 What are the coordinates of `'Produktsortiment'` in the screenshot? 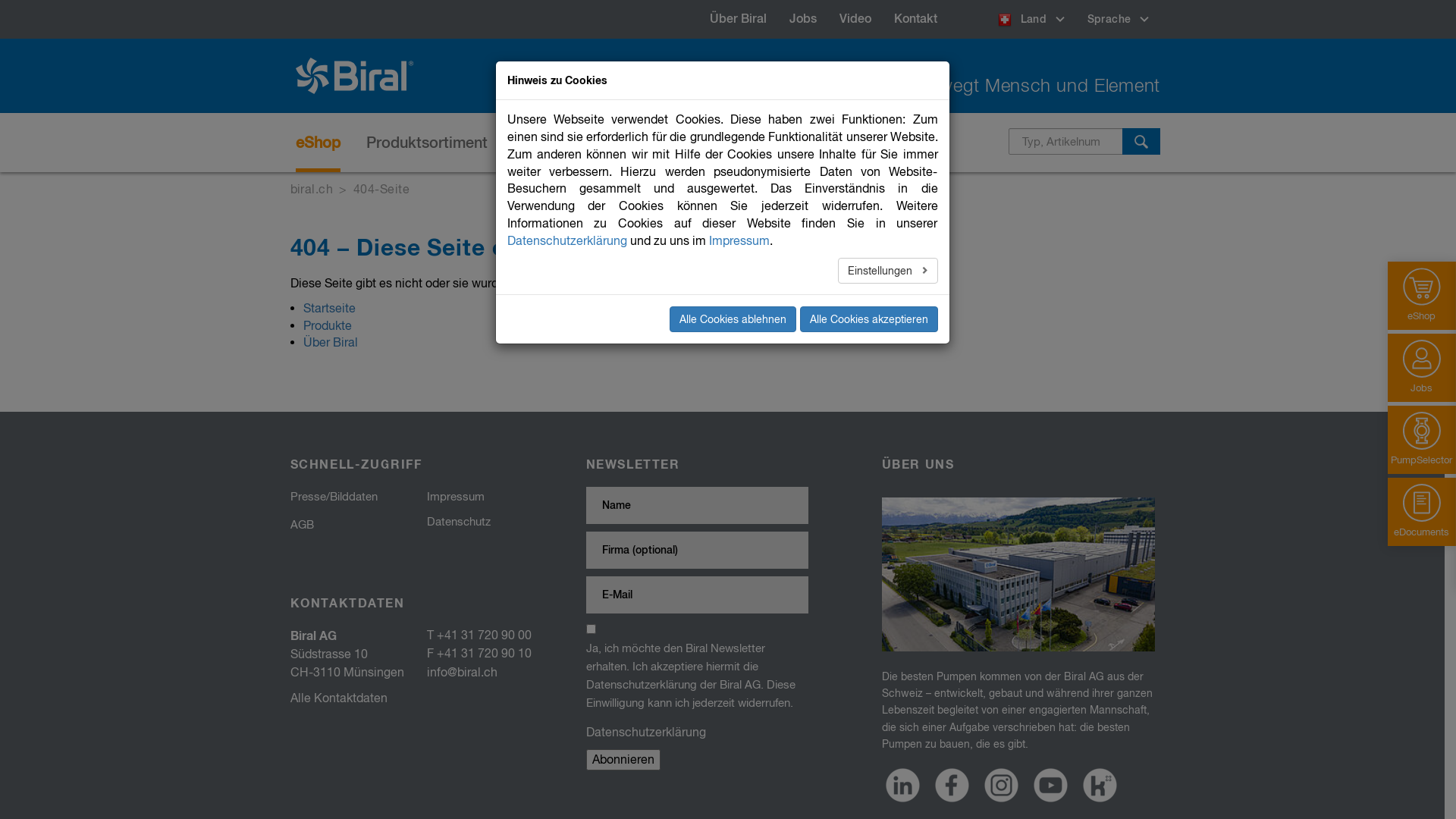 It's located at (366, 143).